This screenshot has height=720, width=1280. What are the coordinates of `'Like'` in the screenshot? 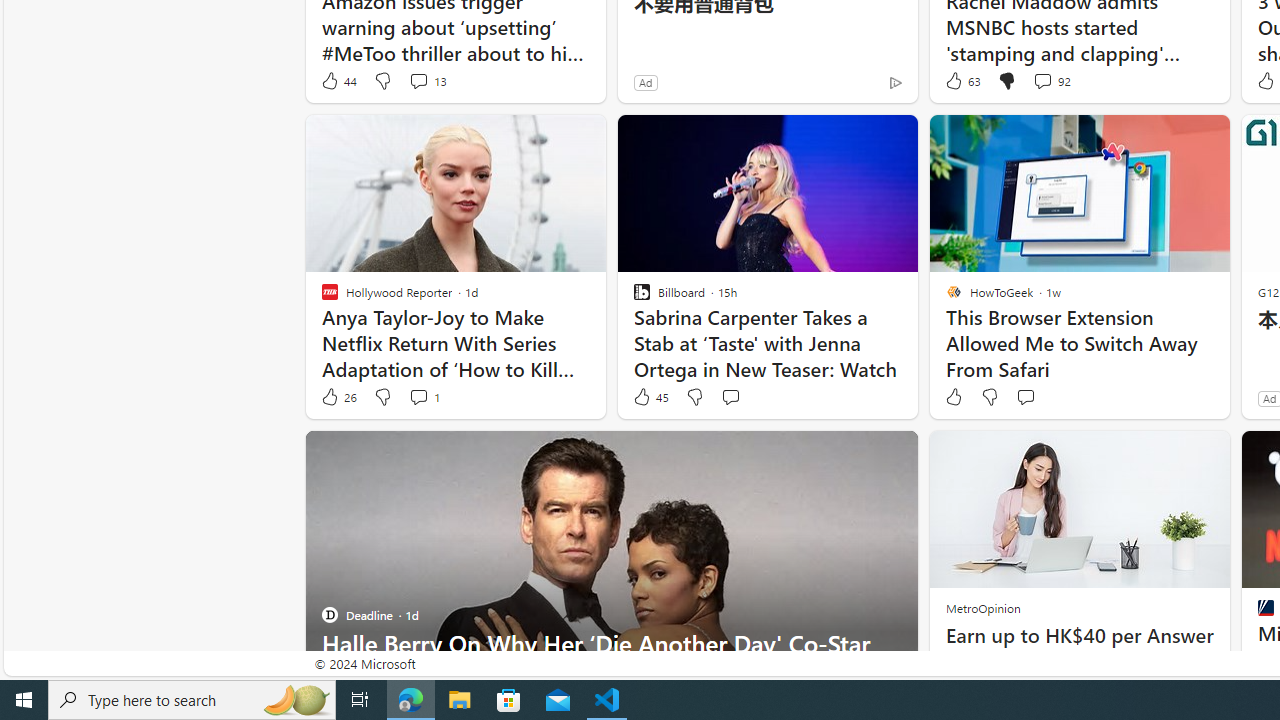 It's located at (951, 397).